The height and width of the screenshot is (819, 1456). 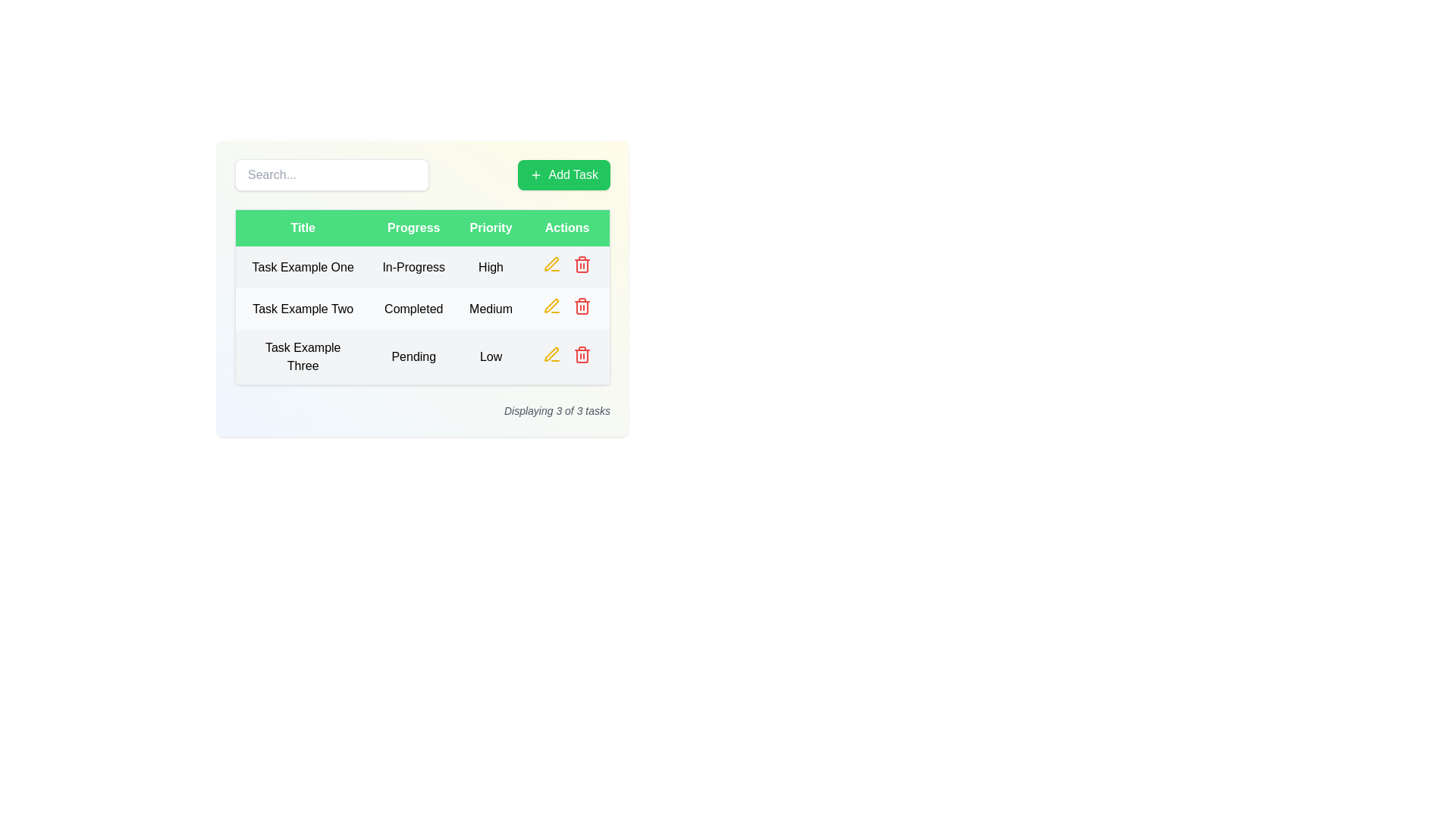 I want to click on the text label indicating the status of the task in the second cell under the 'Progress' column of the third row titled 'Task Example Three', so click(x=413, y=357).